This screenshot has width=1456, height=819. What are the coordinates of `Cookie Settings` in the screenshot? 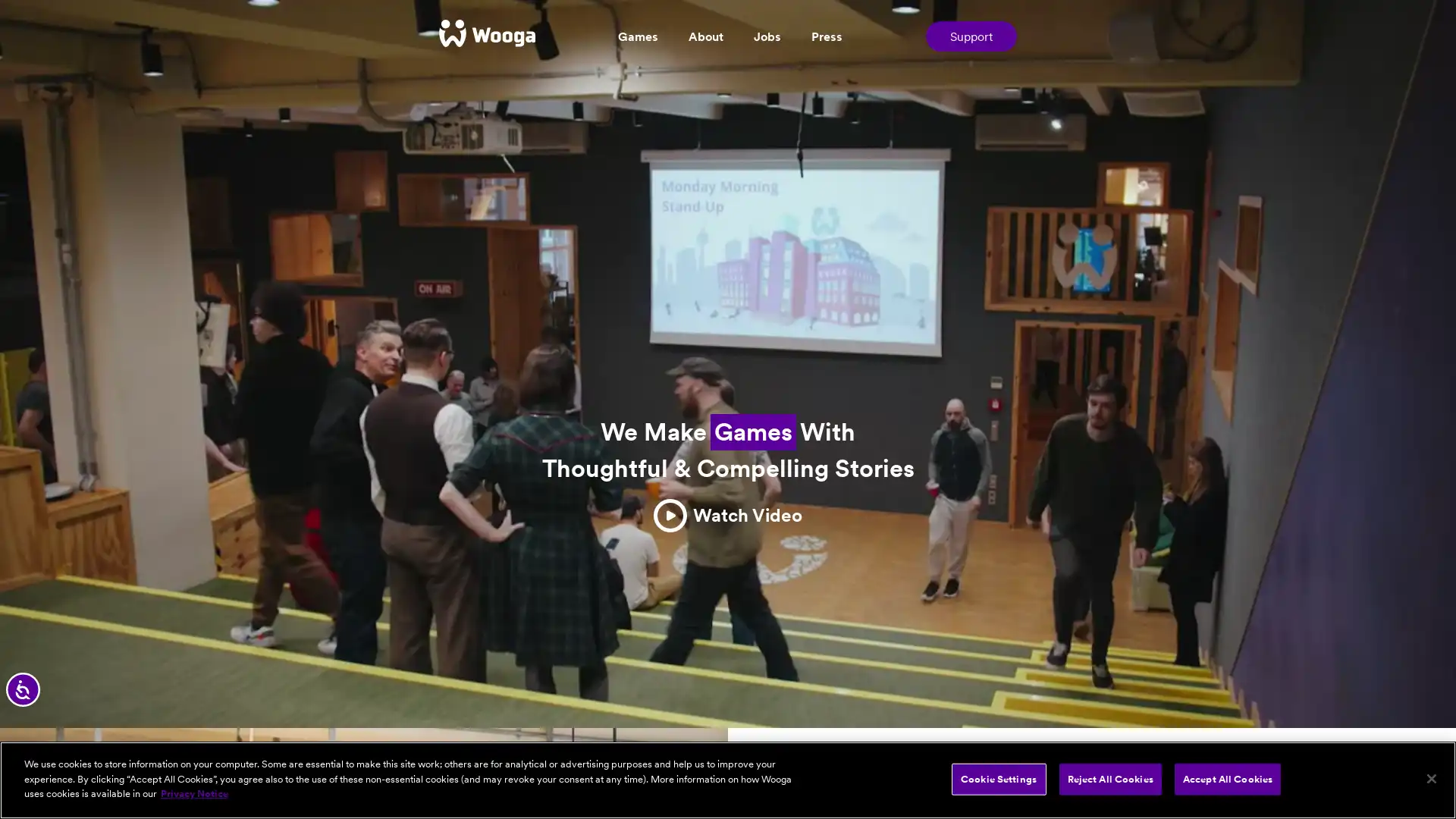 It's located at (998, 778).